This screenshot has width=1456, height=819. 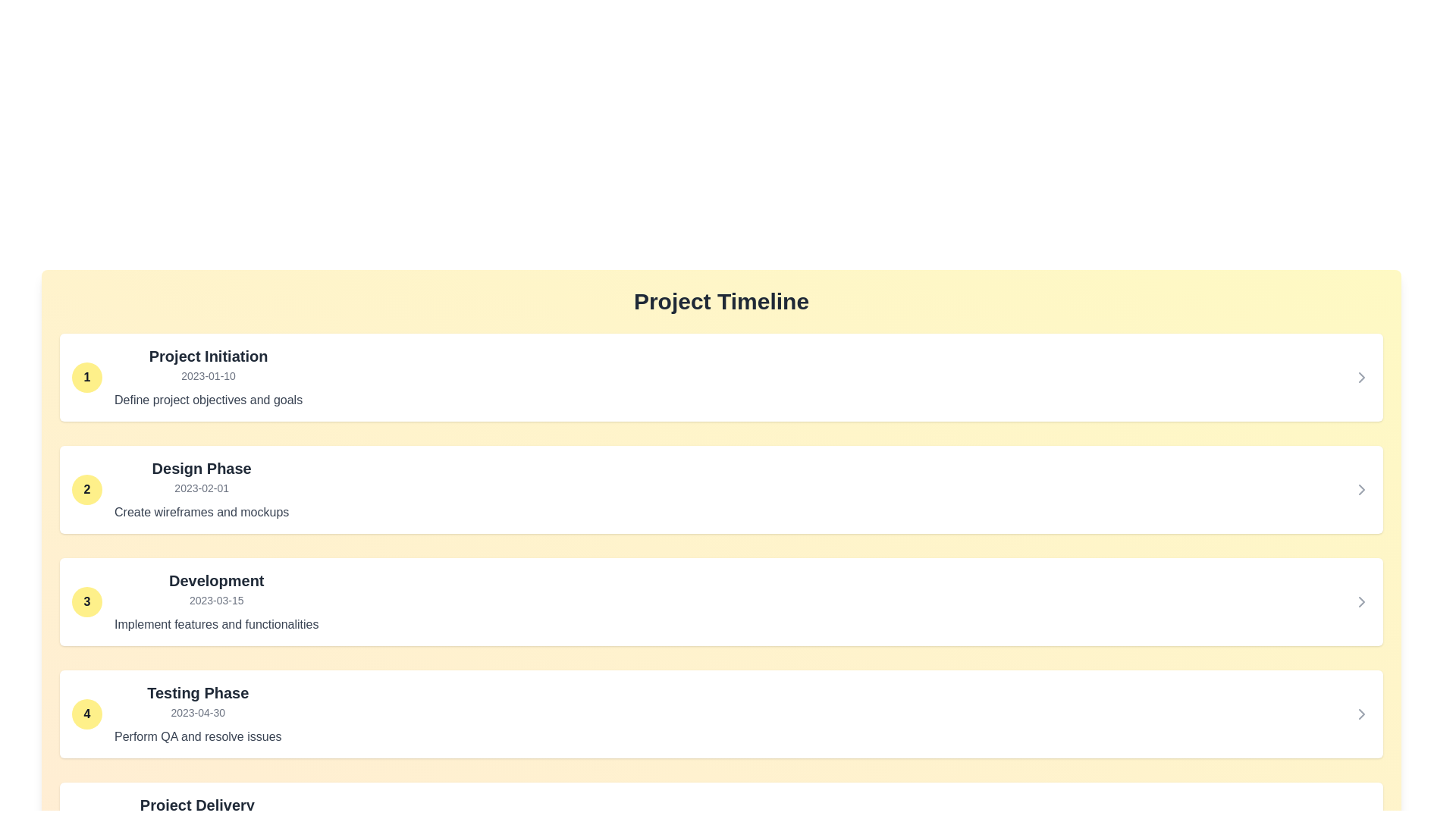 I want to click on the right-facing chevron icon styled in light gray, located at the far right of the 'Development' card, so click(x=1361, y=601).